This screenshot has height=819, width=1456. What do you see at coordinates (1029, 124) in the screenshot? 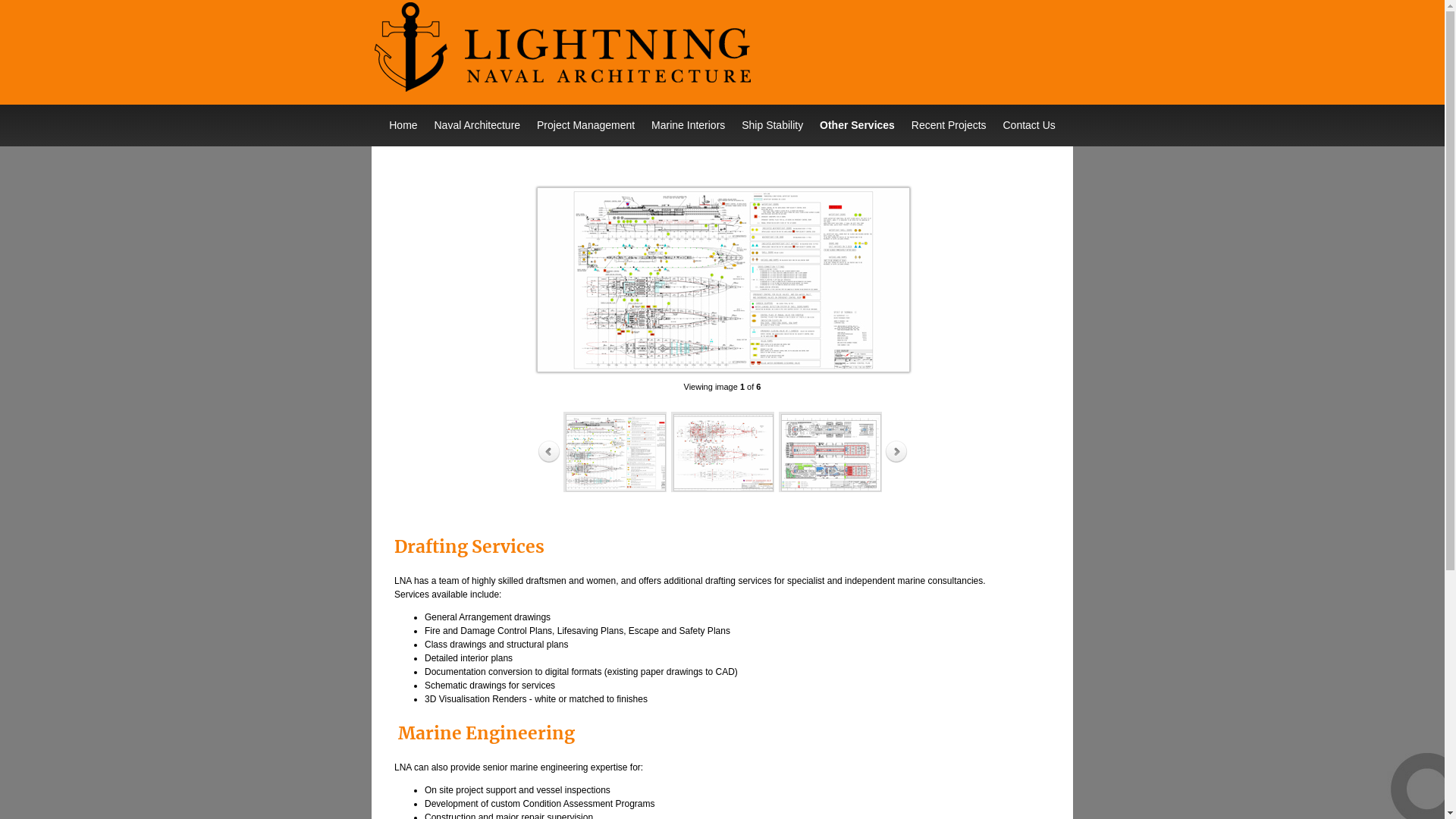
I see `'Contact Us'` at bounding box center [1029, 124].